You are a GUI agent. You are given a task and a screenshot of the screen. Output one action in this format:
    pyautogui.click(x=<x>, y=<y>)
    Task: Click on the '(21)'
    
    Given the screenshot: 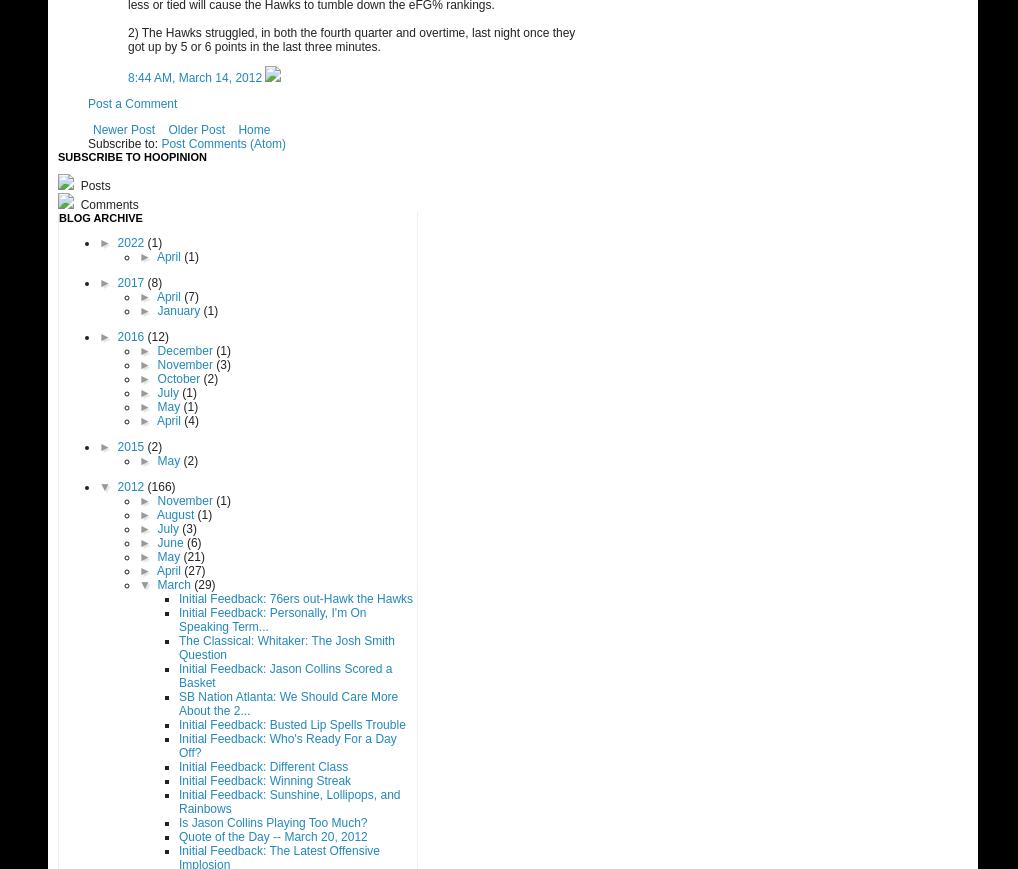 What is the action you would take?
    pyautogui.click(x=193, y=557)
    